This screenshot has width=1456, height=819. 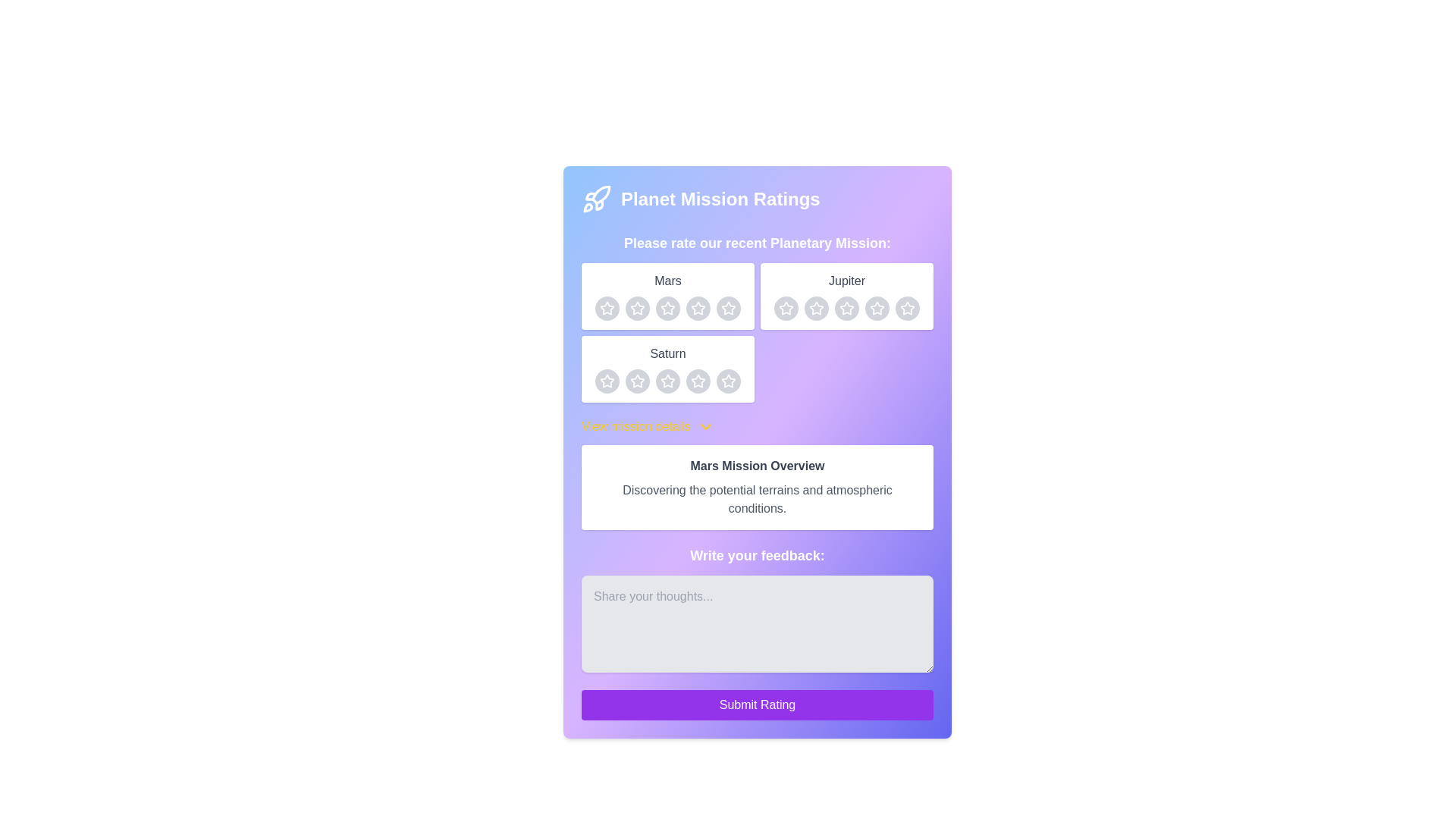 What do you see at coordinates (698, 380) in the screenshot?
I see `the fourth star rating button under the label 'Saturn'` at bounding box center [698, 380].